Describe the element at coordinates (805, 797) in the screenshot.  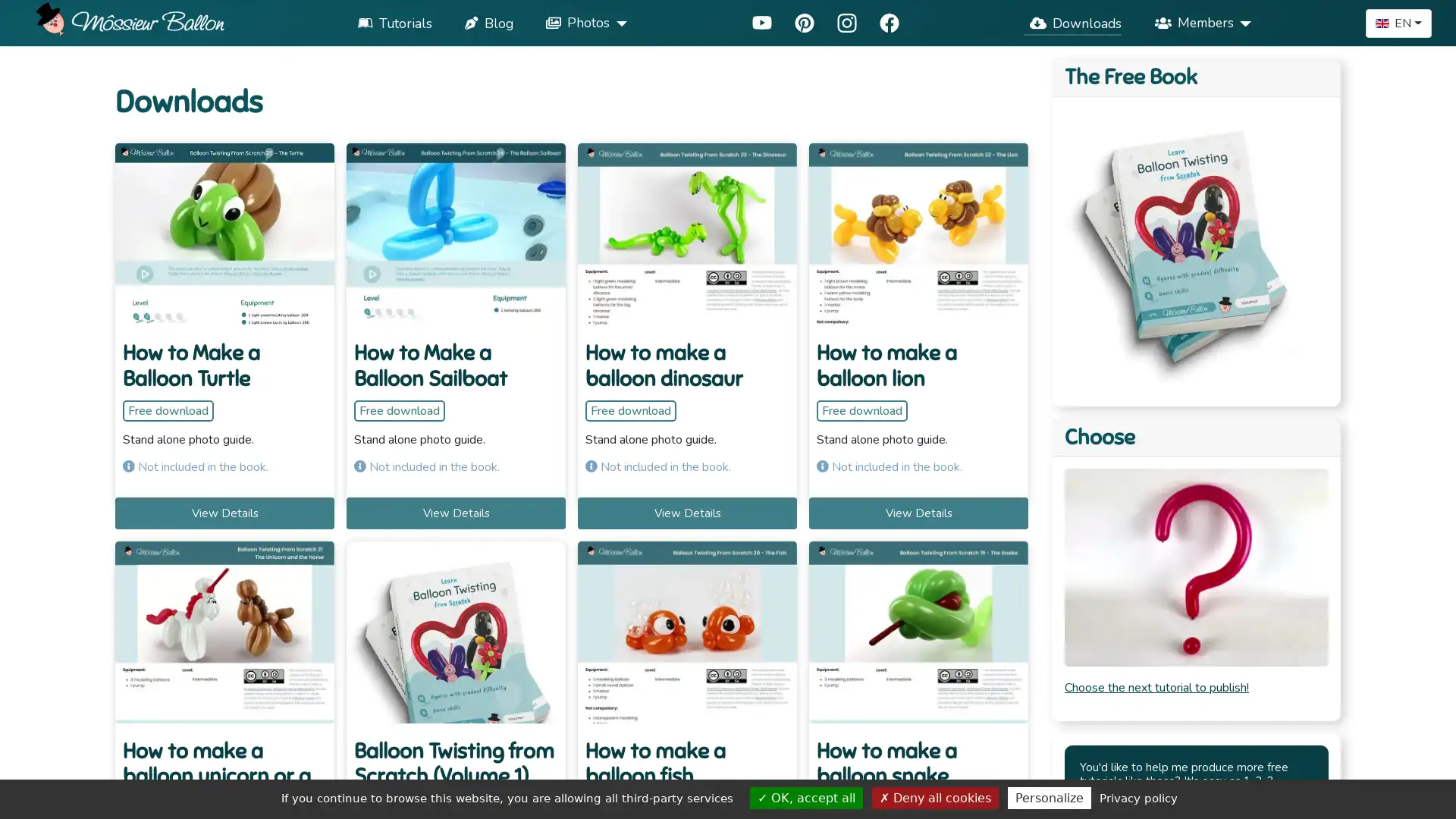
I see `OK, accept all` at that location.